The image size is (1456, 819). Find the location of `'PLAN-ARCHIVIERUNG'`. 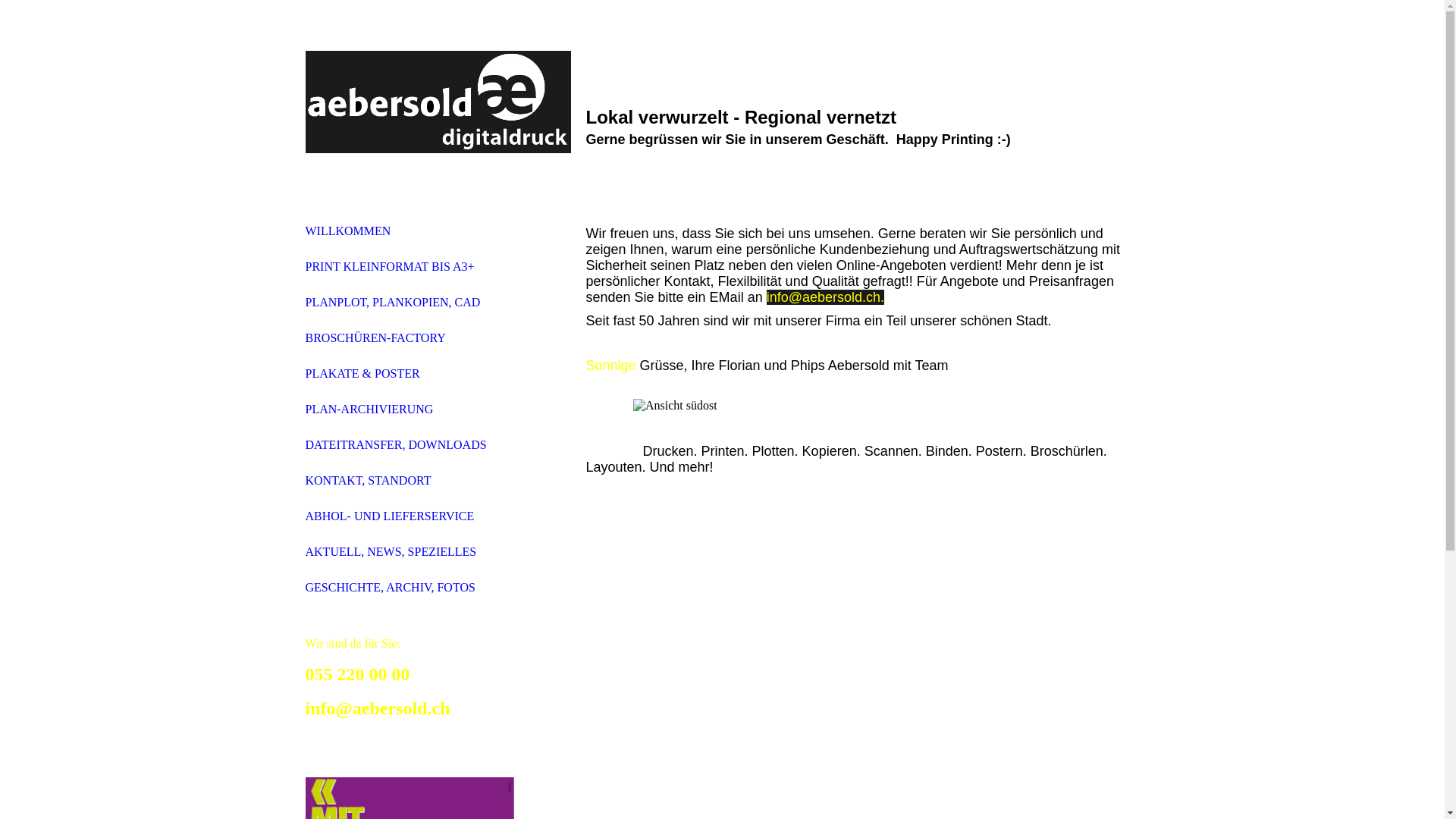

'PLAN-ARCHIVIERUNG' is located at coordinates (369, 408).